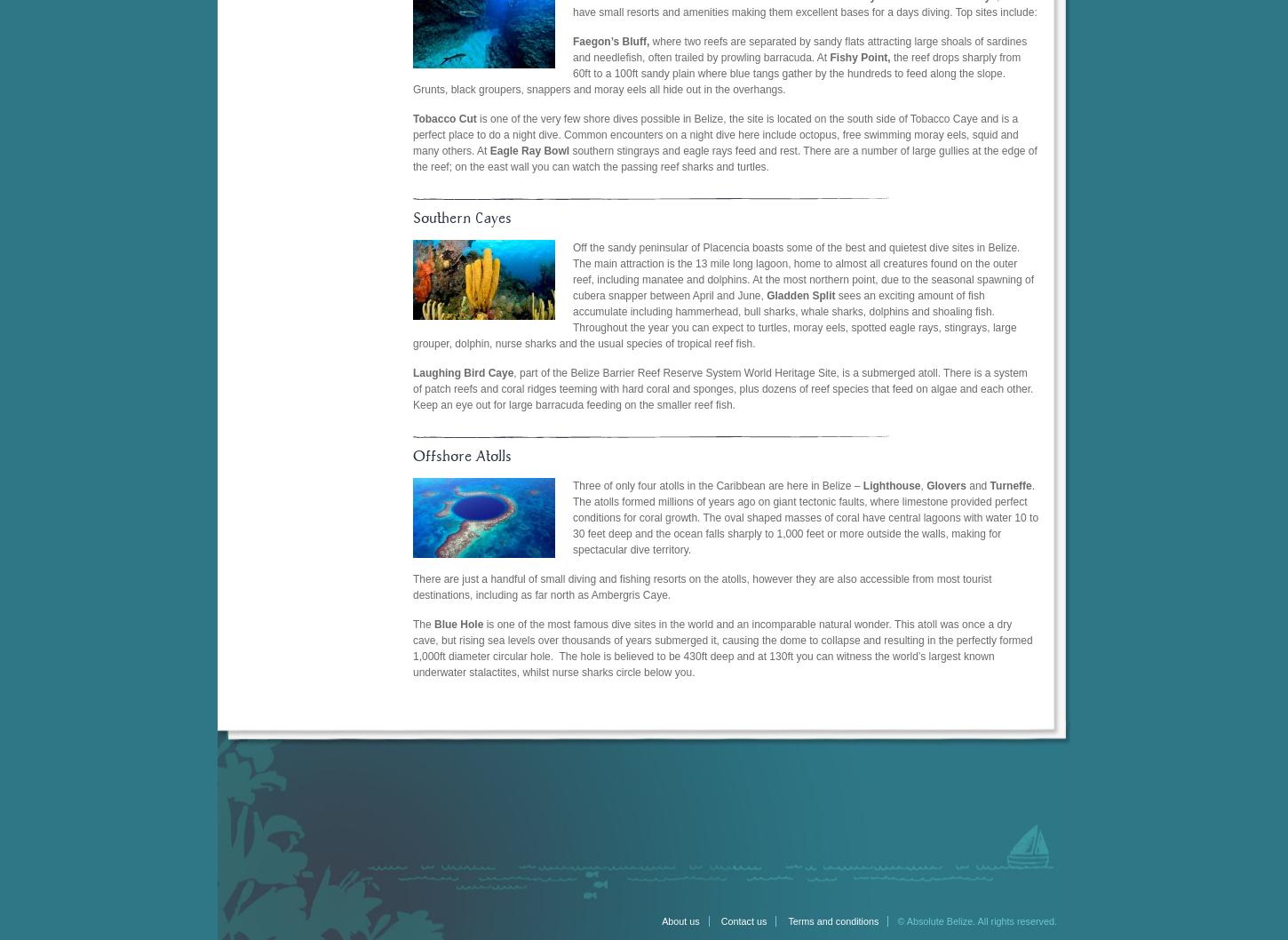 The height and width of the screenshot is (940, 1288). What do you see at coordinates (715, 132) in the screenshot?
I see `'is one of the very few shore dives possible in Belize, the site is located on the south side of Tobacco Caye and is a perfect place to do a night dive. Common encounters on a night dive here include octopus, free swimming moray eels, squid and many others. At'` at bounding box center [715, 132].